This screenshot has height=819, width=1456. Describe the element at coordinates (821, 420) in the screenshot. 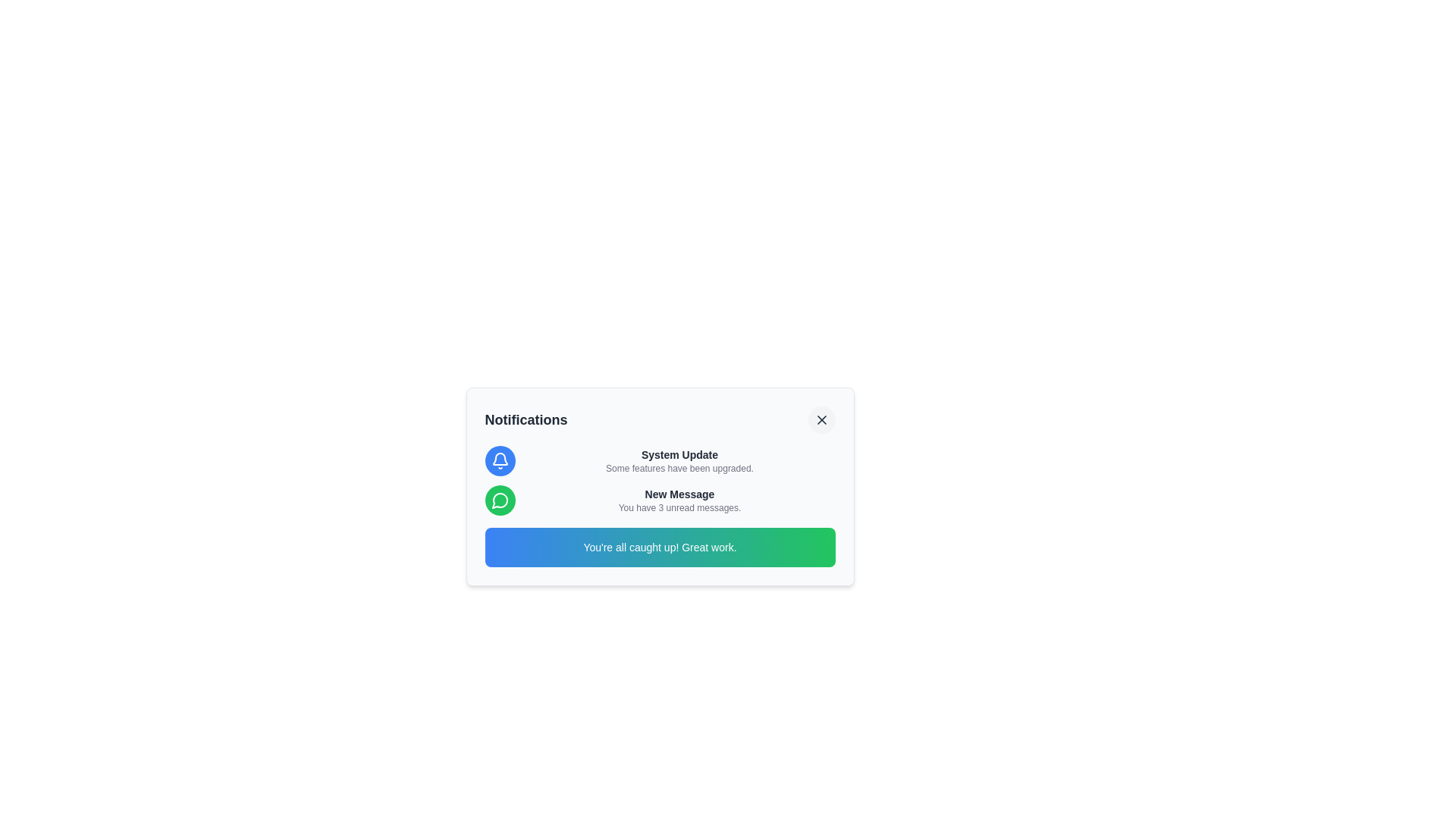

I see `the circular gray button with an 'X' icon in the top-right corner of the notification card` at that location.